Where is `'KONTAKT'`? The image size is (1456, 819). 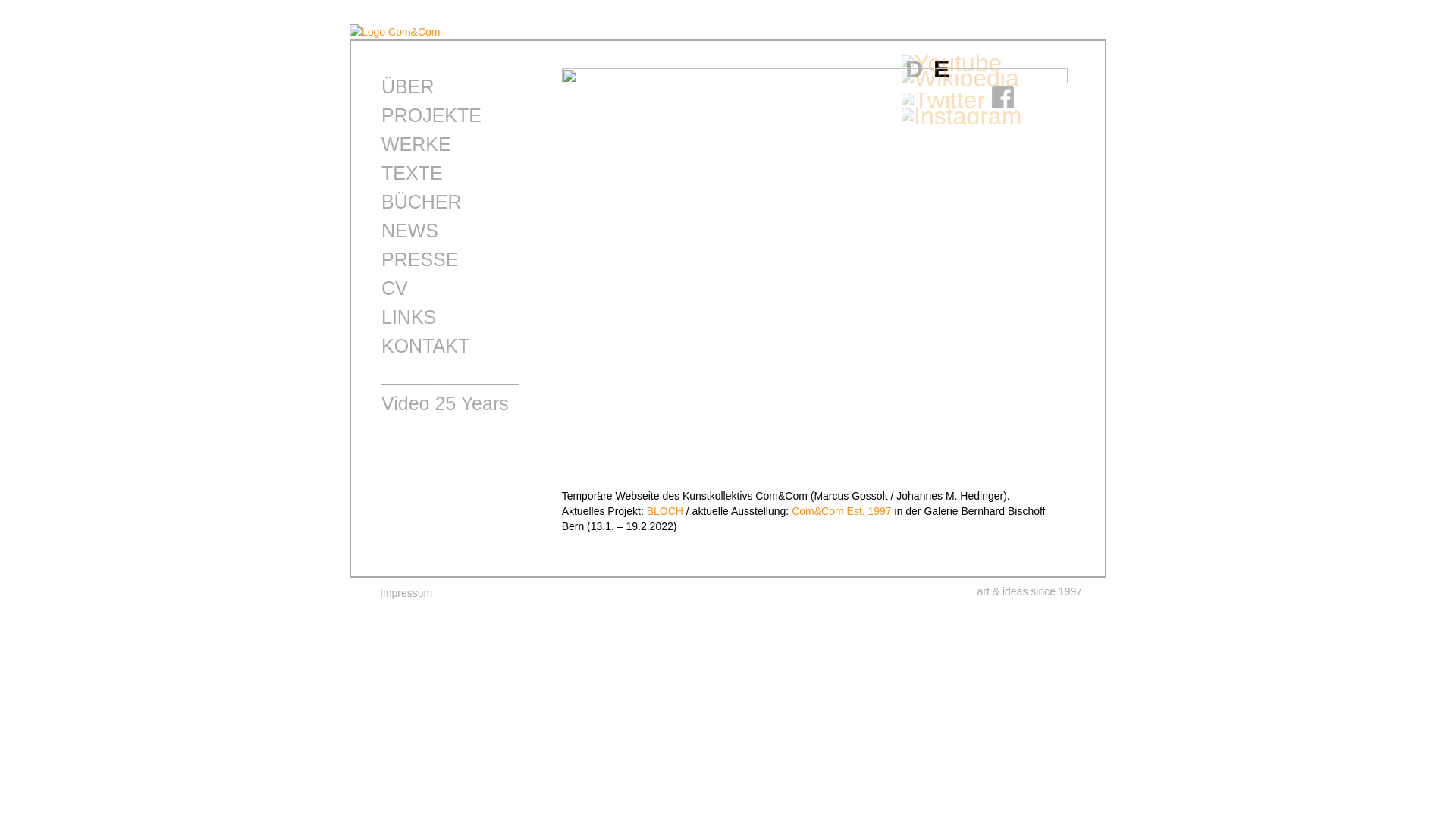 'KONTAKT' is located at coordinates (425, 345).